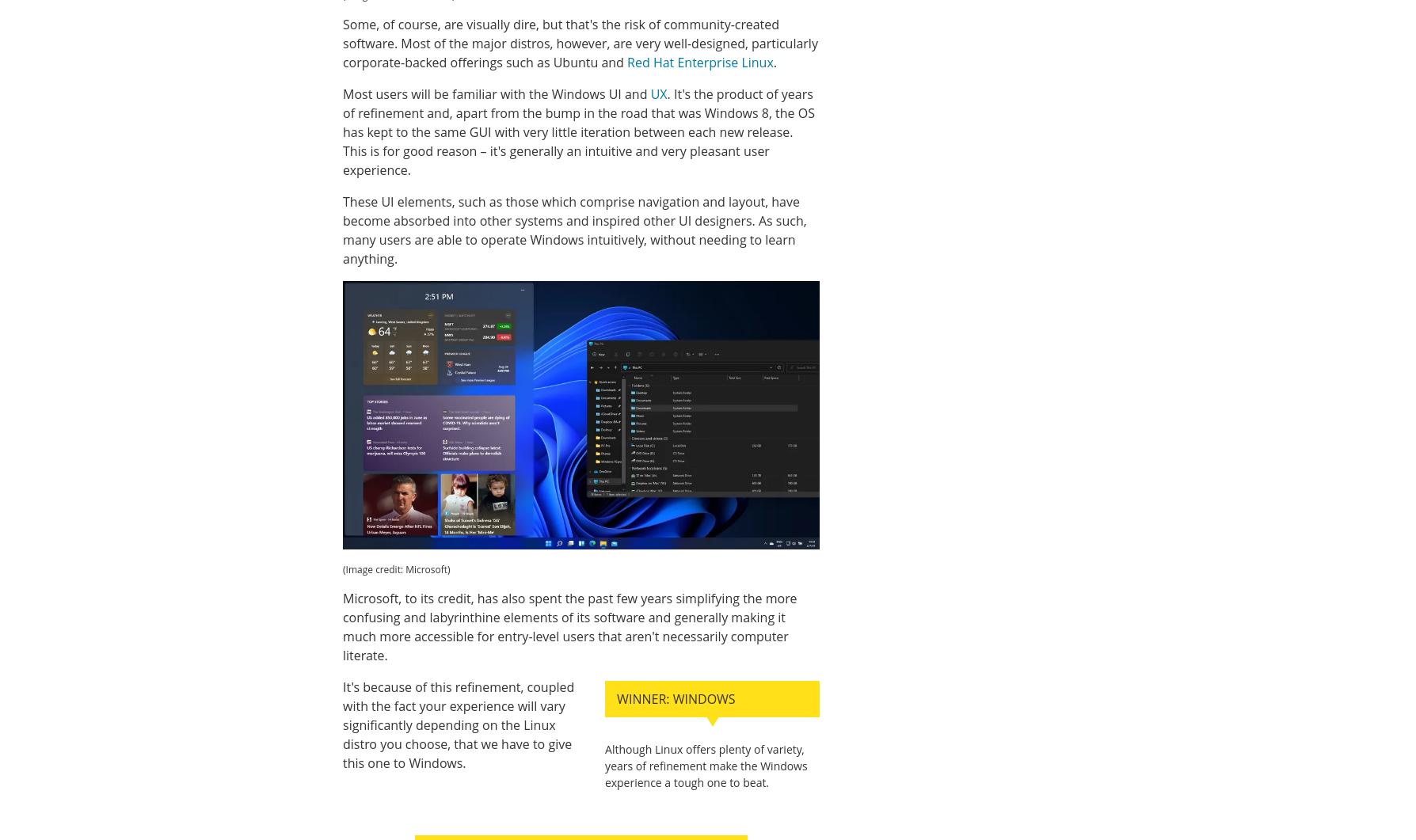 This screenshot has width=1416, height=840. What do you see at coordinates (675, 698) in the screenshot?
I see `'Winner: Windows'` at bounding box center [675, 698].